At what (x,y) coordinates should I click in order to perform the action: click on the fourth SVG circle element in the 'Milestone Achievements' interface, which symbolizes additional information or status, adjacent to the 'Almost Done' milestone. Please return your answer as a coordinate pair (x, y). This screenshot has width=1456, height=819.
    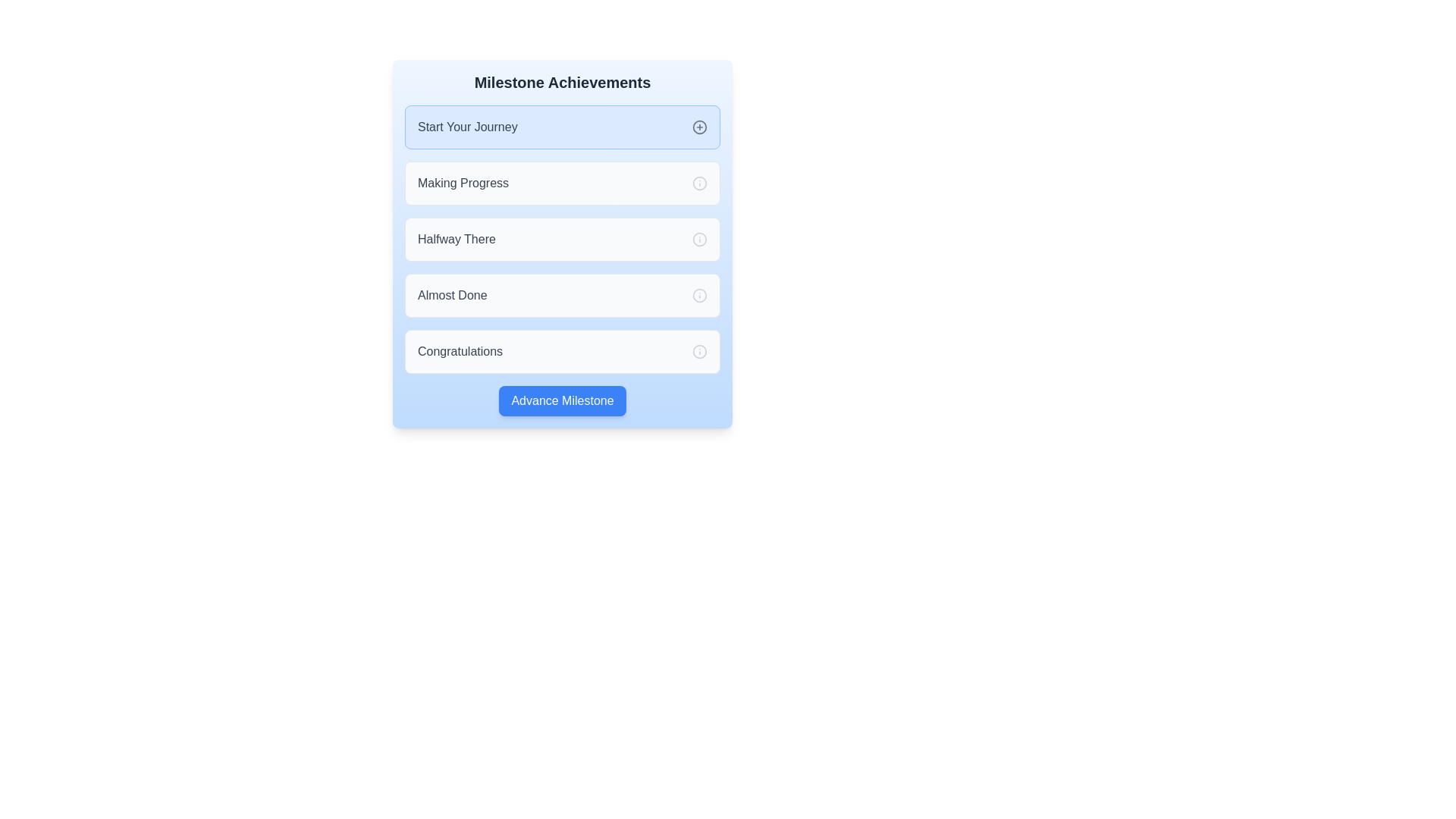
    Looking at the image, I should click on (698, 351).